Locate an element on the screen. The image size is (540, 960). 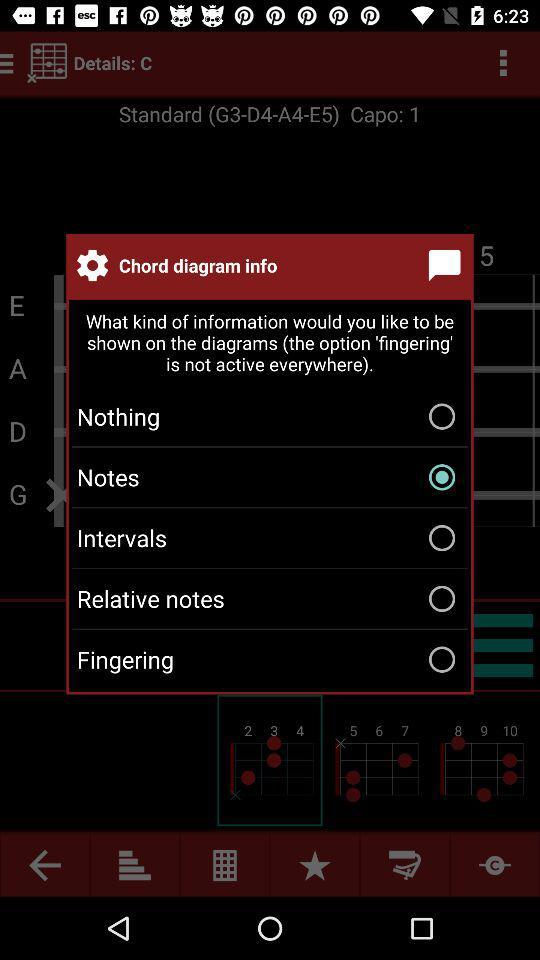
icon above the notes icon is located at coordinates (270, 415).